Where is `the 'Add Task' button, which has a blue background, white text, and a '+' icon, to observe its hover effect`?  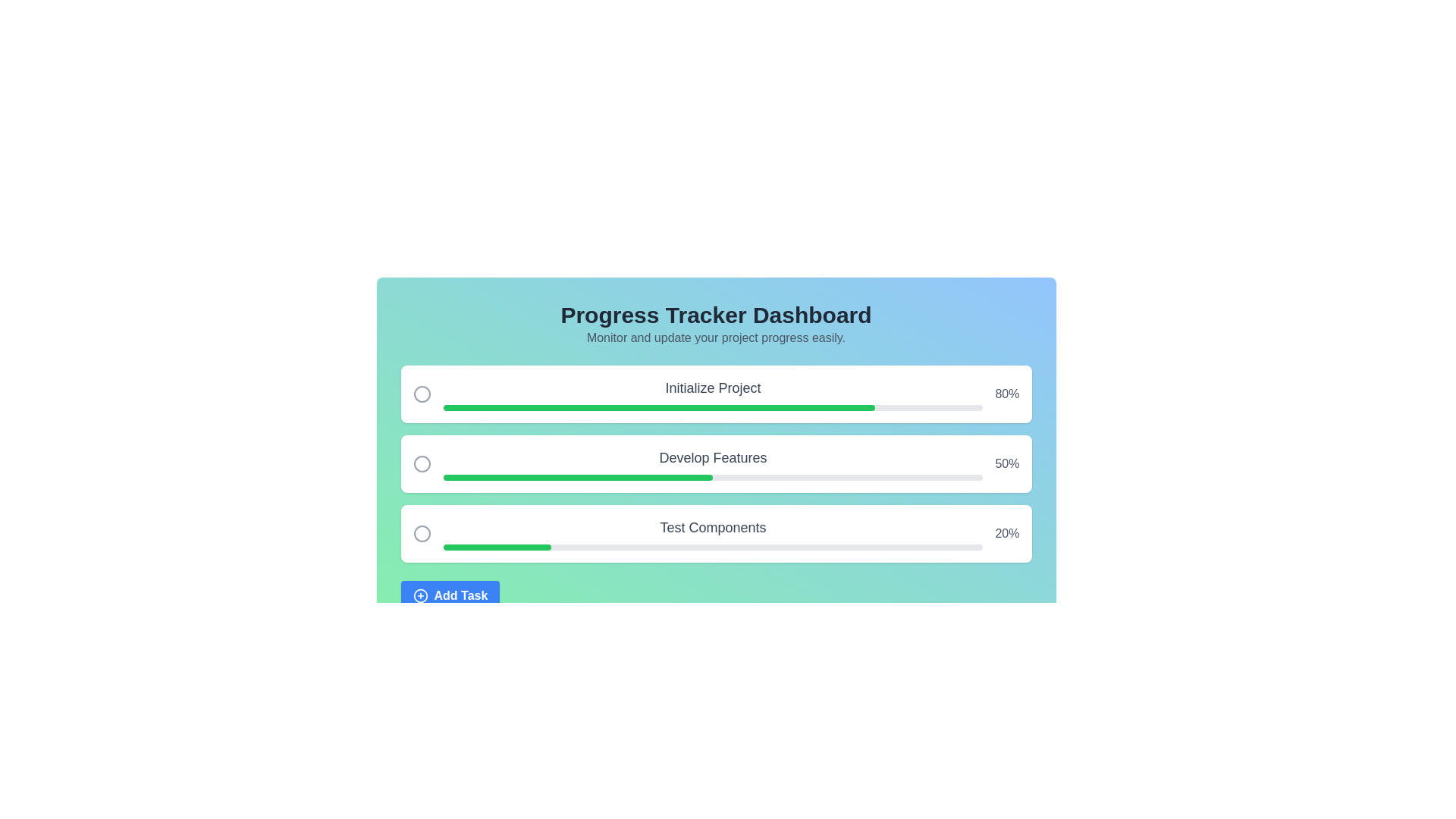
the 'Add Task' button, which has a blue background, white text, and a '+' icon, to observe its hover effect is located at coordinates (449, 595).